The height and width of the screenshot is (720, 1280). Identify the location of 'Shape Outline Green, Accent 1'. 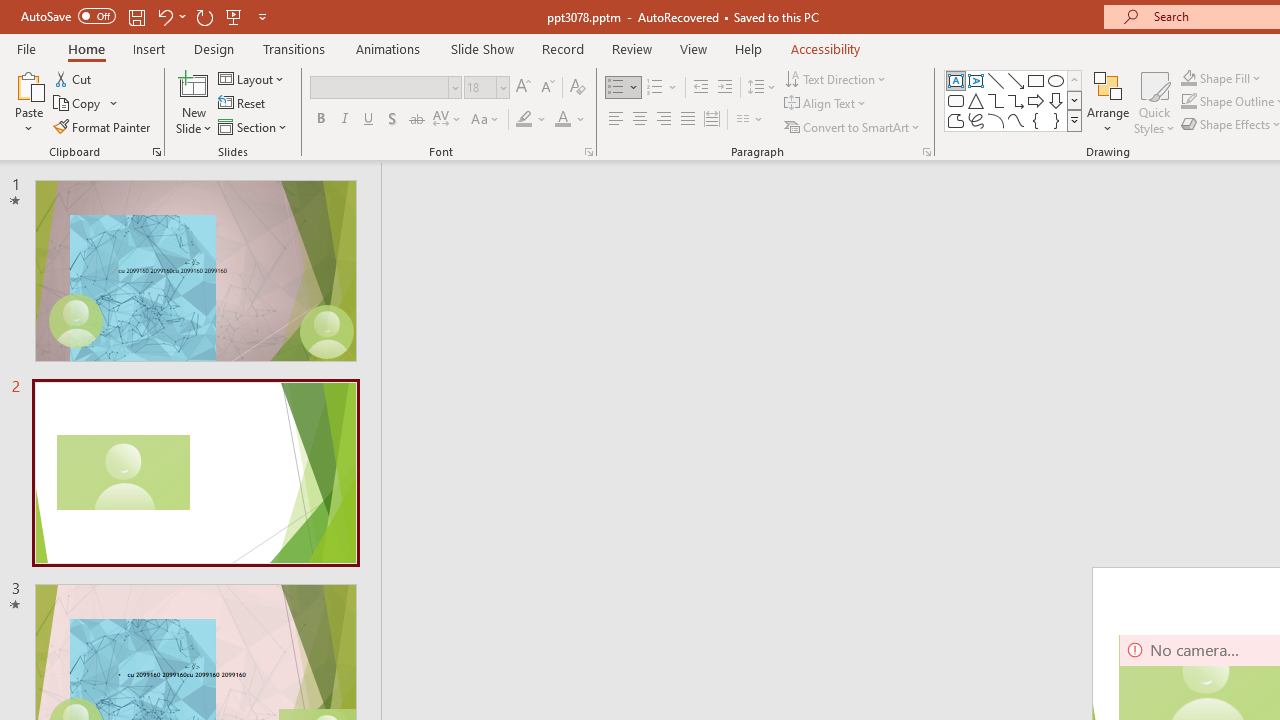
(1189, 101).